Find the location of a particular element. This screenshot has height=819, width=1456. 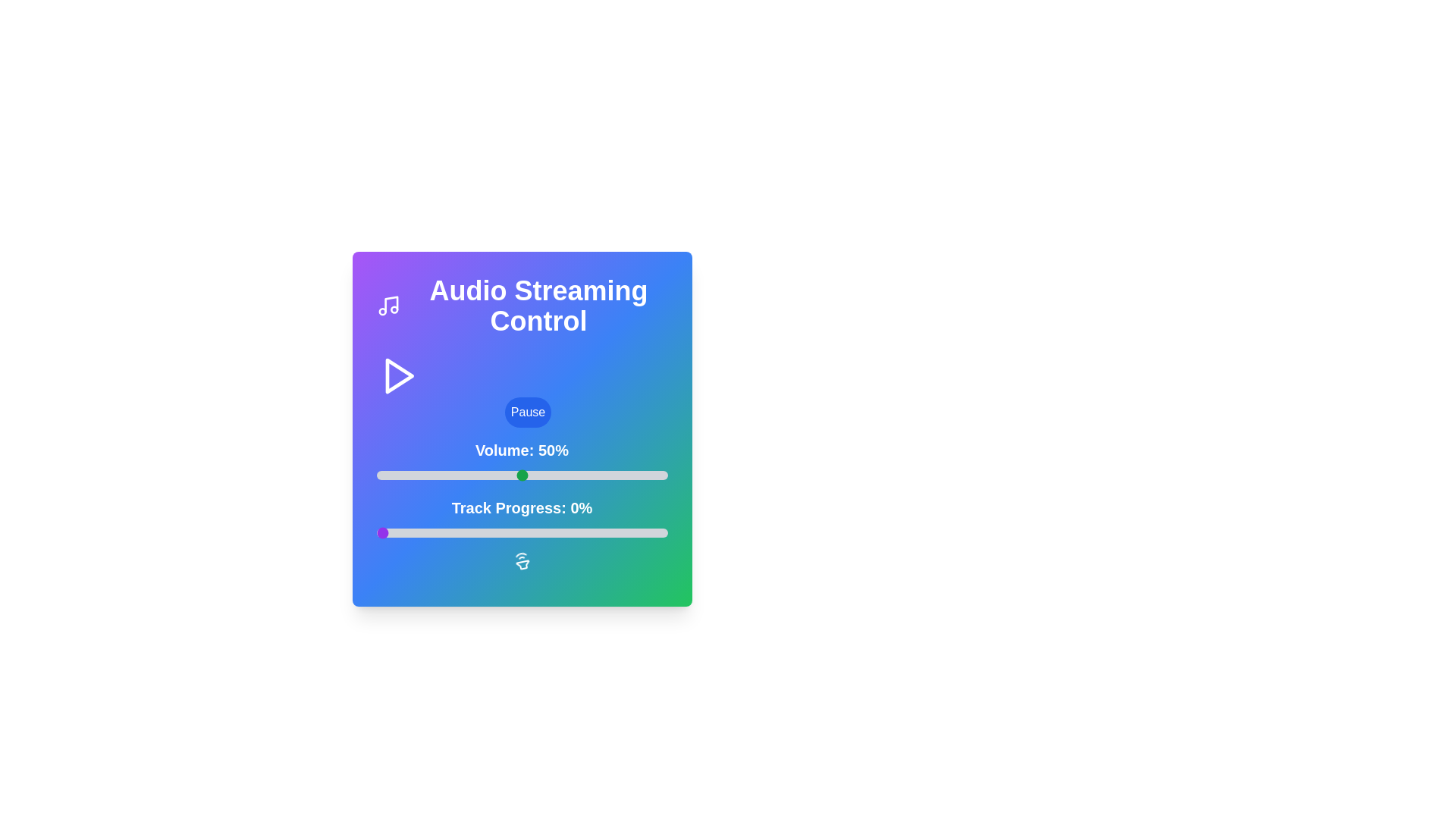

the track progress to 14% by interacting with the slider is located at coordinates (417, 532).